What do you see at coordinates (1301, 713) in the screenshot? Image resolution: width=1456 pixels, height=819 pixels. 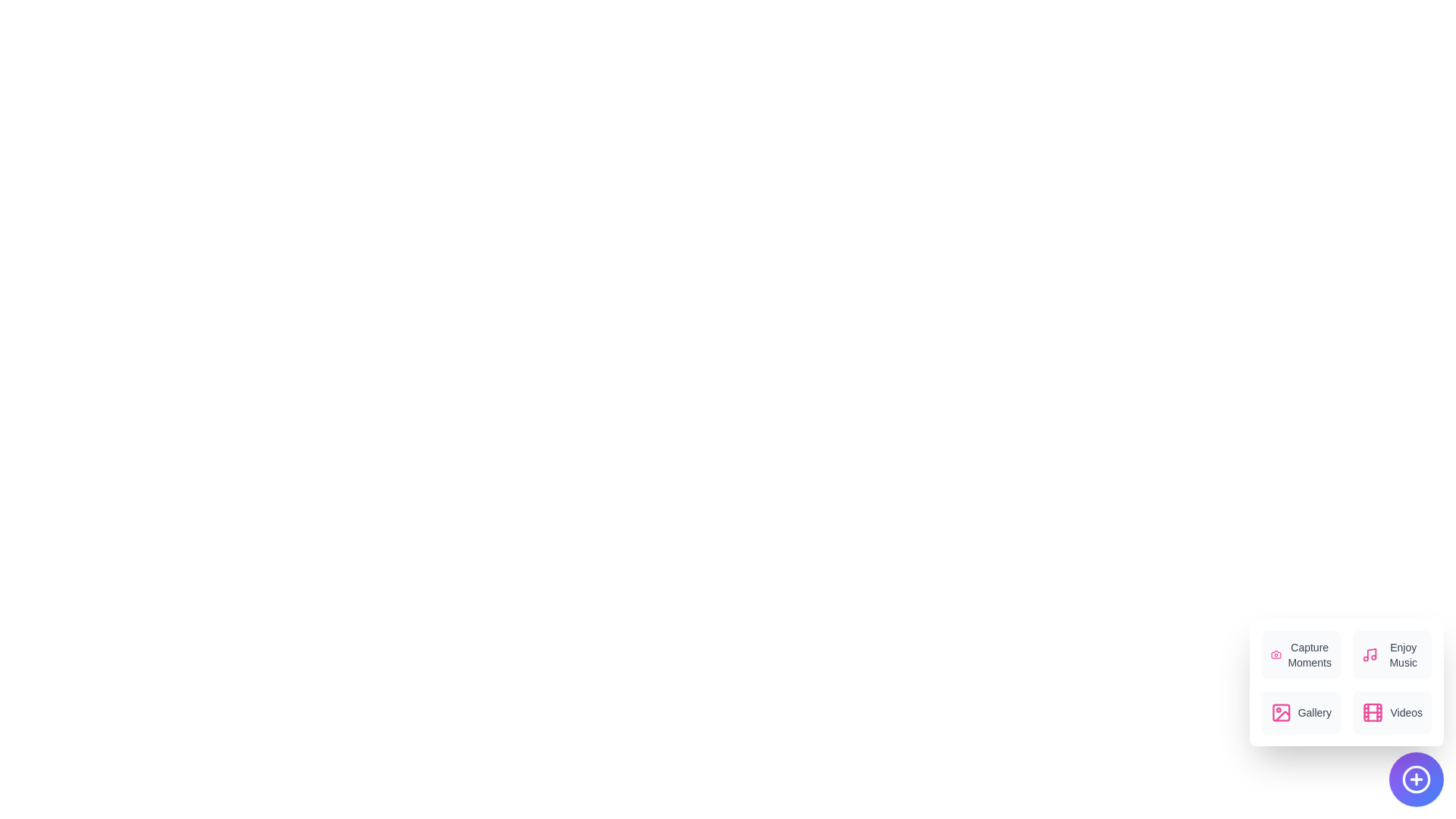 I see `the menu item labeled 'Gallery' to observe its hover effect` at bounding box center [1301, 713].